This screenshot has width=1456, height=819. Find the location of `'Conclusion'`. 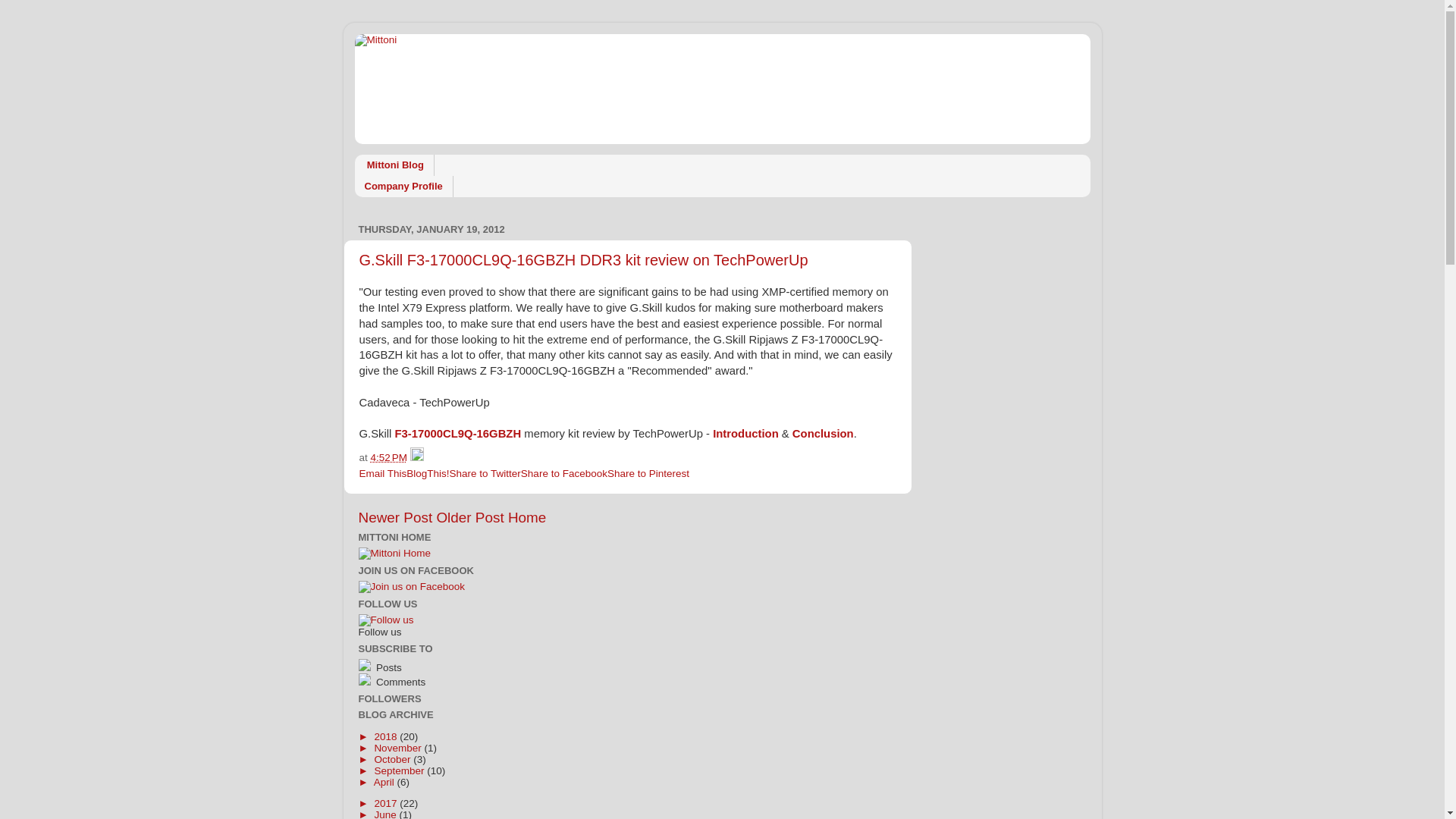

'Conclusion' is located at coordinates (822, 433).